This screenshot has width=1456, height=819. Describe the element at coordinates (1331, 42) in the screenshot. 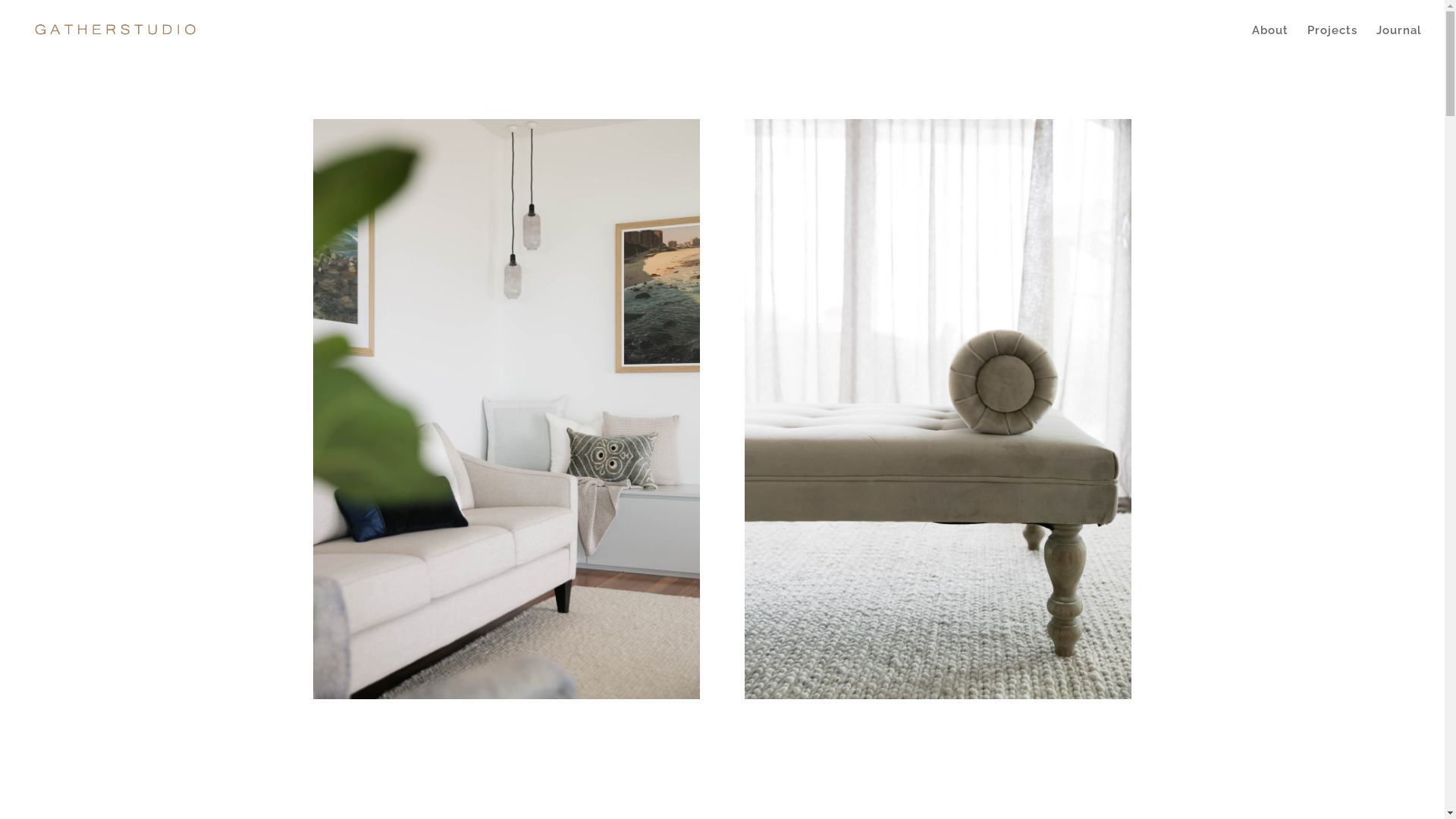

I see `'Projects'` at that location.